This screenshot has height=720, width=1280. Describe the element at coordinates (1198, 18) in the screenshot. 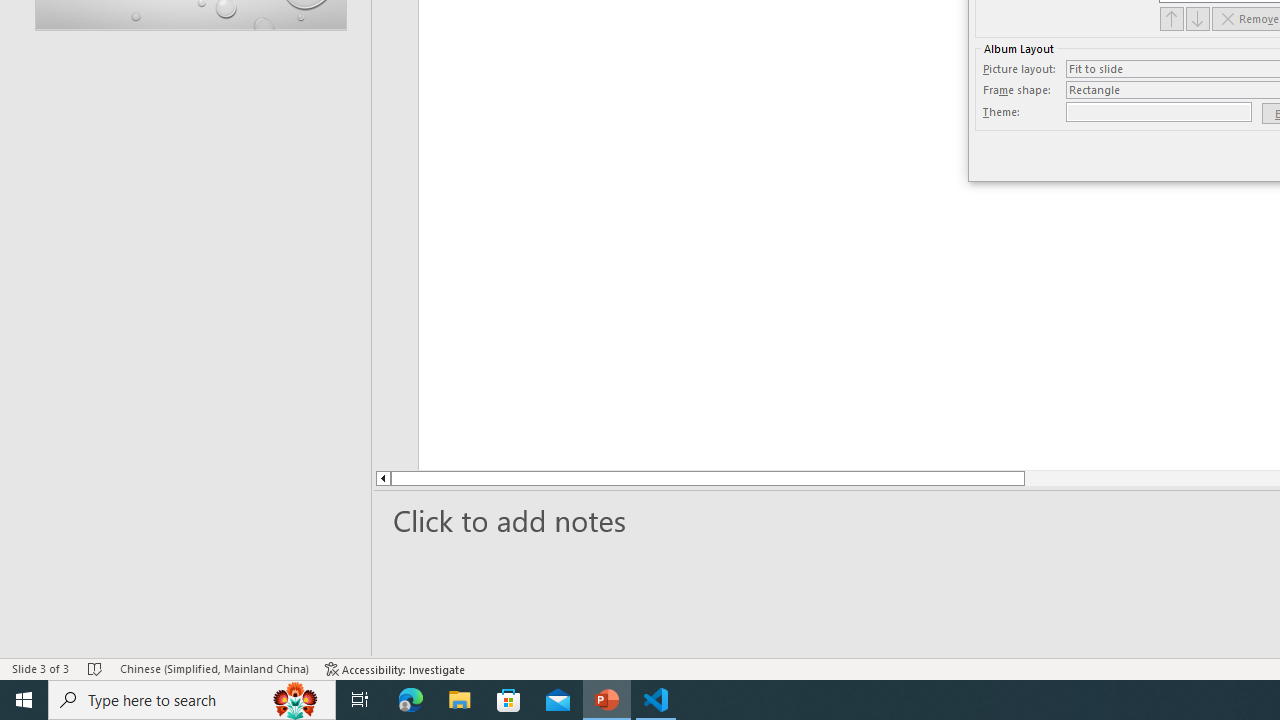

I see `'Next Item'` at that location.